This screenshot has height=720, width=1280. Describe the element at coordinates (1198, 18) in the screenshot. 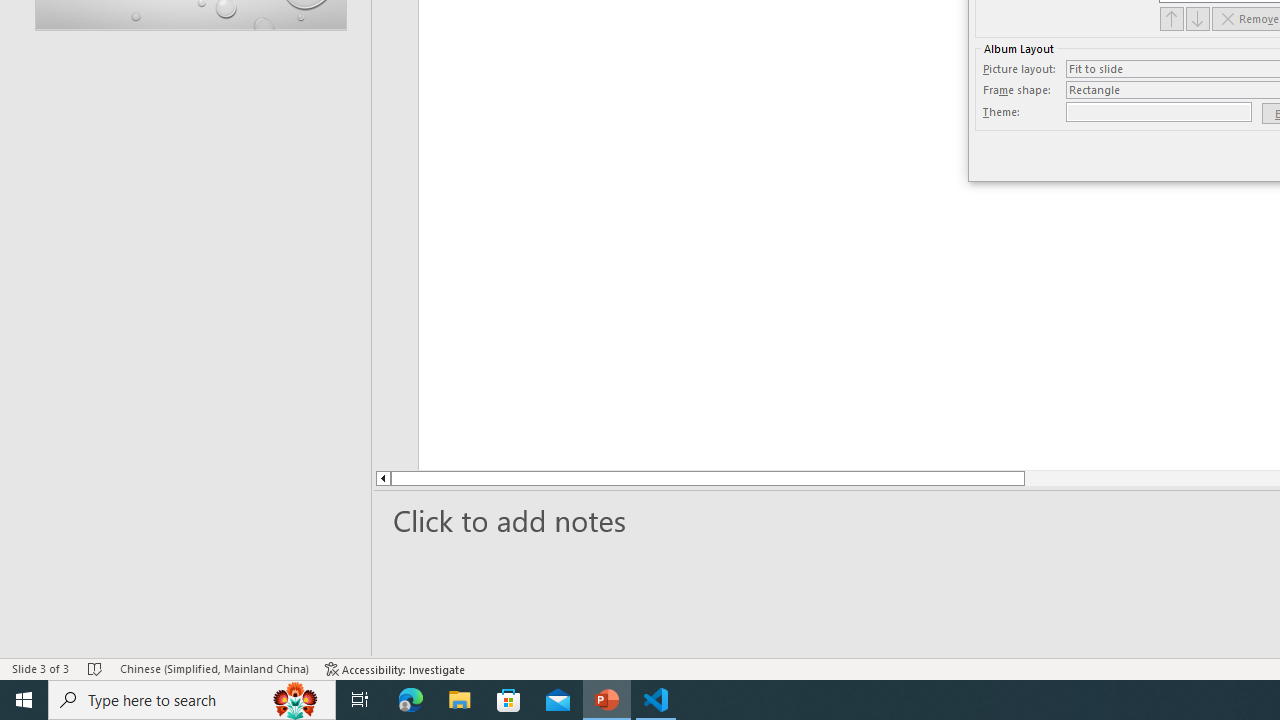

I see `'Next Item'` at that location.